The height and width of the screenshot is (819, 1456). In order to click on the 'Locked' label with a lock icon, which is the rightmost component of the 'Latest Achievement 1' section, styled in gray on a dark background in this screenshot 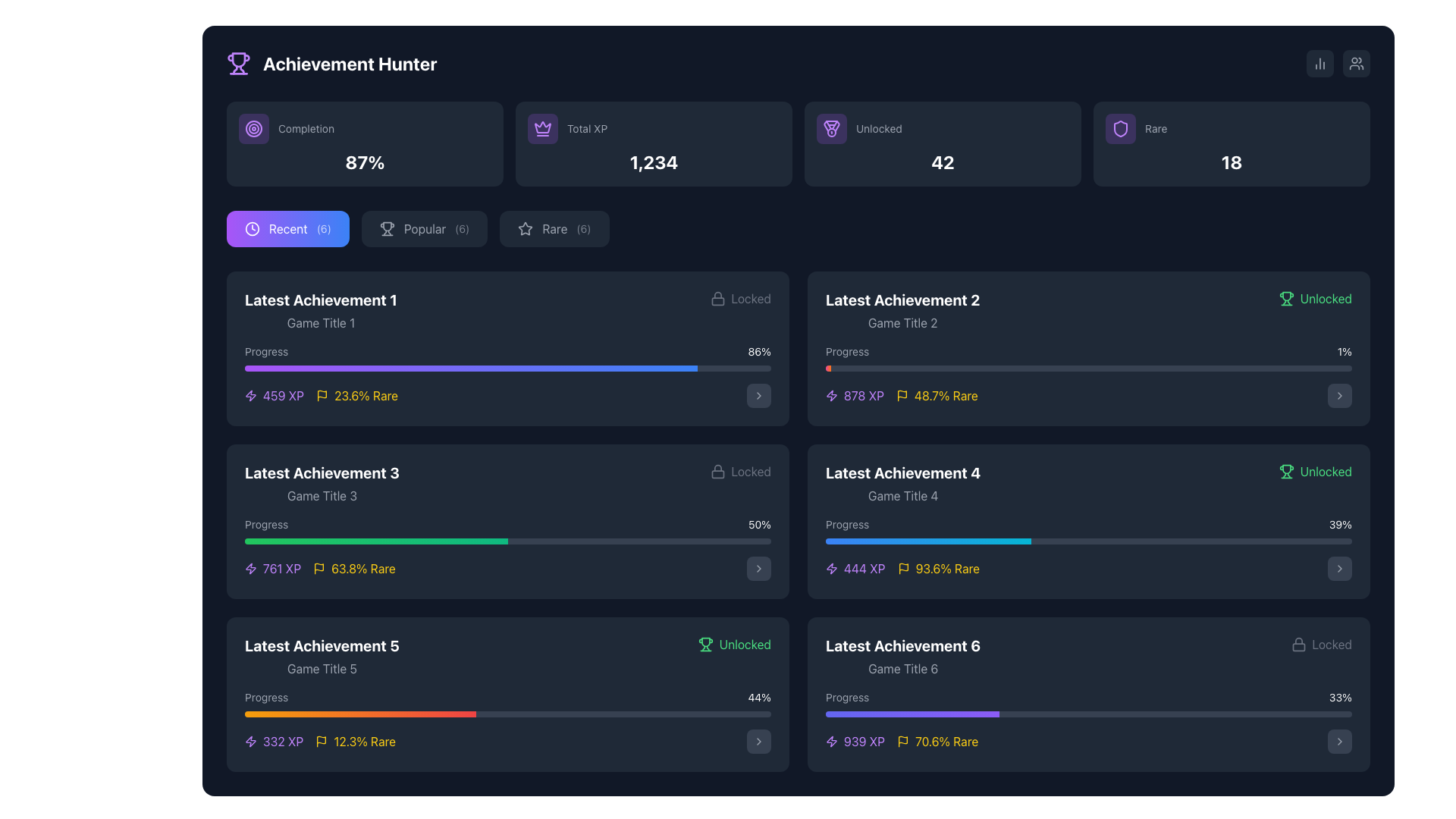, I will do `click(740, 298)`.